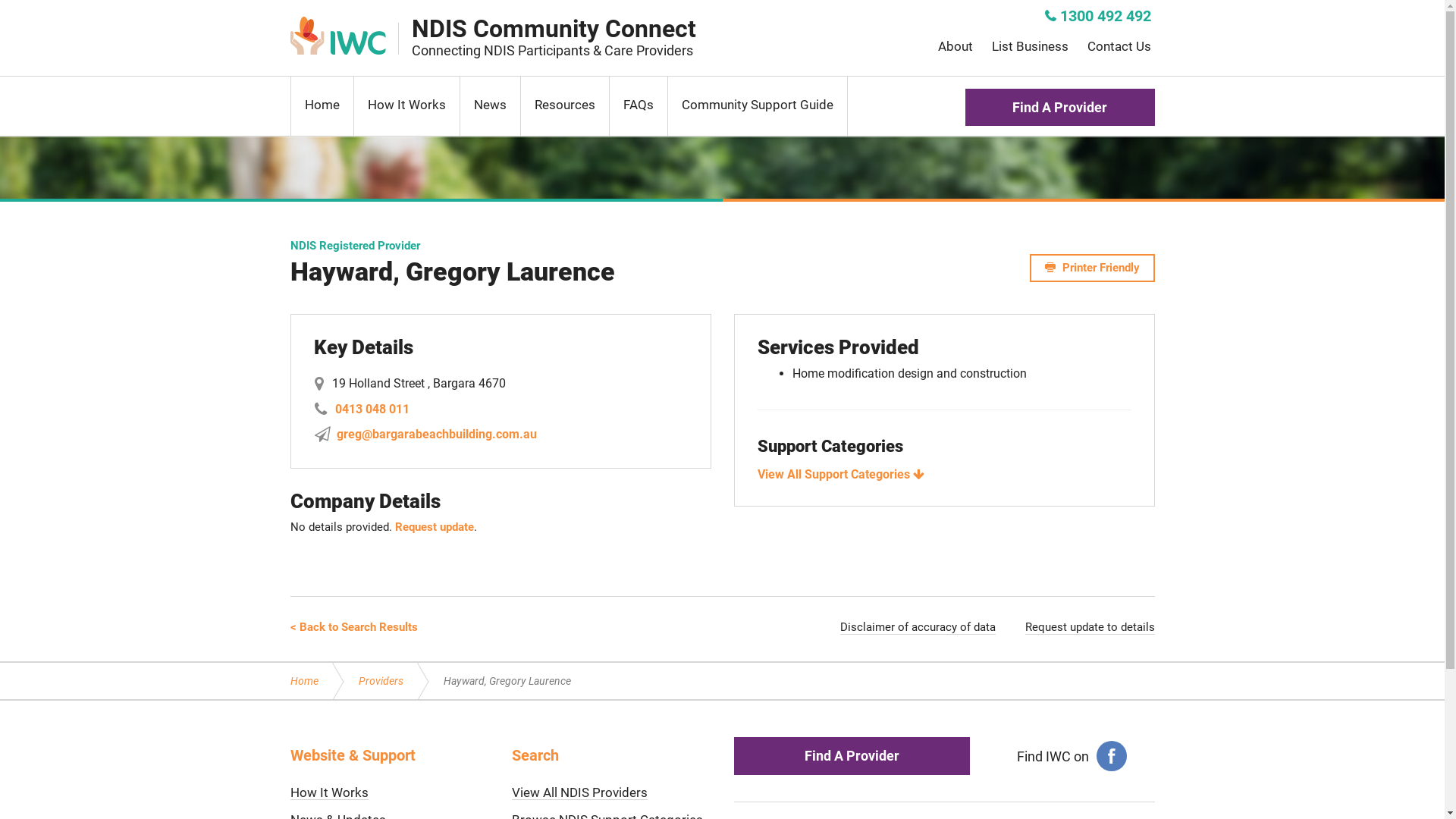 The height and width of the screenshot is (819, 1456). Describe the element at coordinates (638, 105) in the screenshot. I see `'FAQs'` at that location.